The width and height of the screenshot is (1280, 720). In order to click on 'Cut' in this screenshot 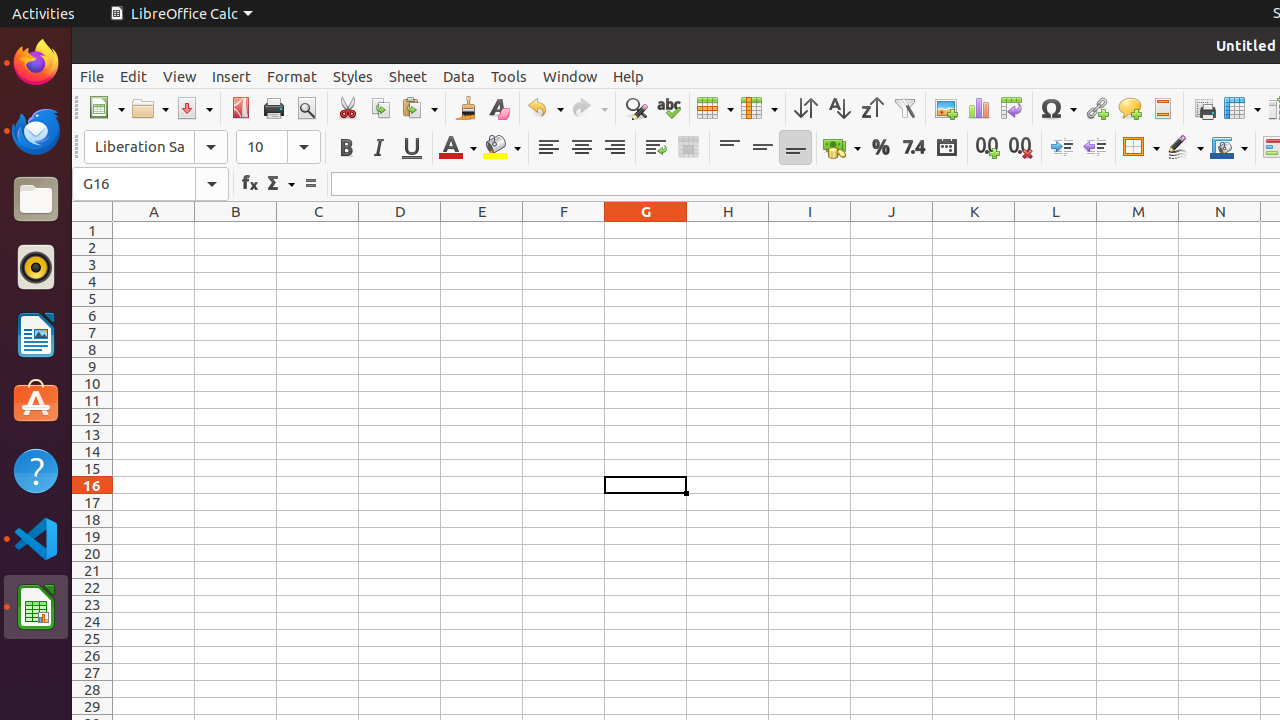, I will do `click(347, 108)`.